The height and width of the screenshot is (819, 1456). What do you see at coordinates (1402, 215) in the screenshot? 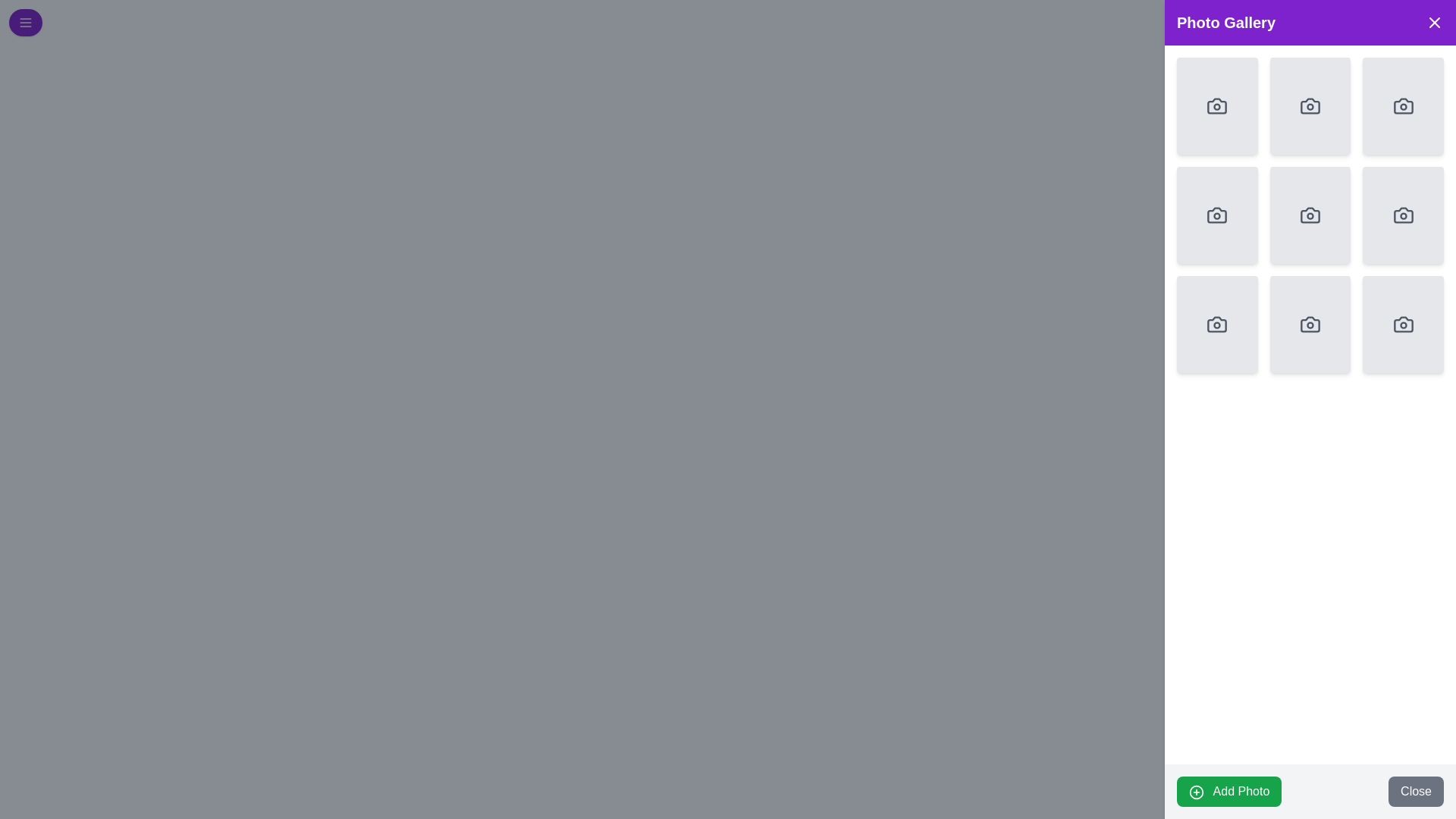
I see `the camera icon located in the third row and third column of the 'Photo Gallery' sidebar` at bounding box center [1402, 215].